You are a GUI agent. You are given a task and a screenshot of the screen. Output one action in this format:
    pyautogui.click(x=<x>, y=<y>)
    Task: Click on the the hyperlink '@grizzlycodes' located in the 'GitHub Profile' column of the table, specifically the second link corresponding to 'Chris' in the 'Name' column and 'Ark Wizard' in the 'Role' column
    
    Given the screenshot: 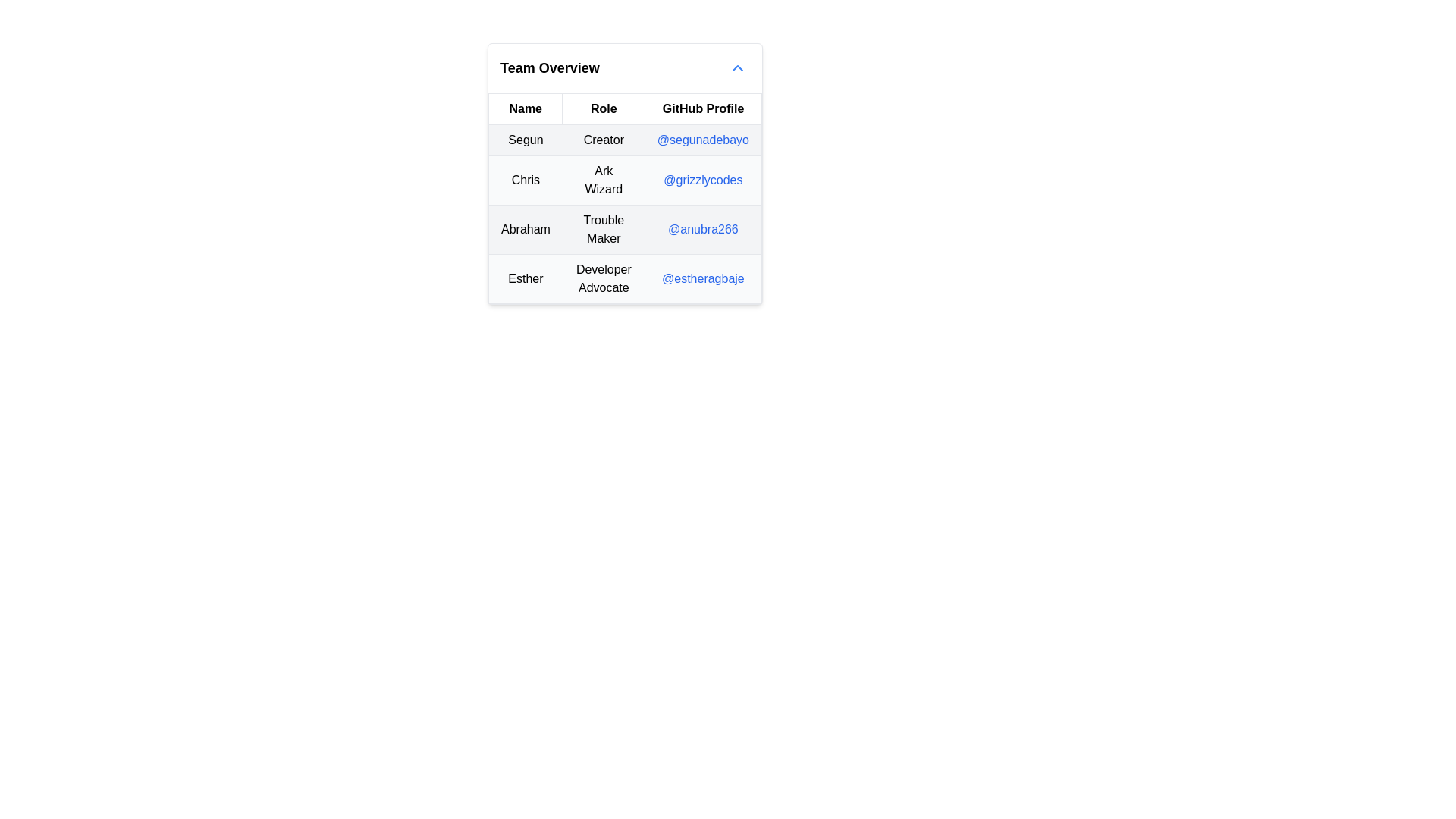 What is the action you would take?
    pyautogui.click(x=702, y=179)
    